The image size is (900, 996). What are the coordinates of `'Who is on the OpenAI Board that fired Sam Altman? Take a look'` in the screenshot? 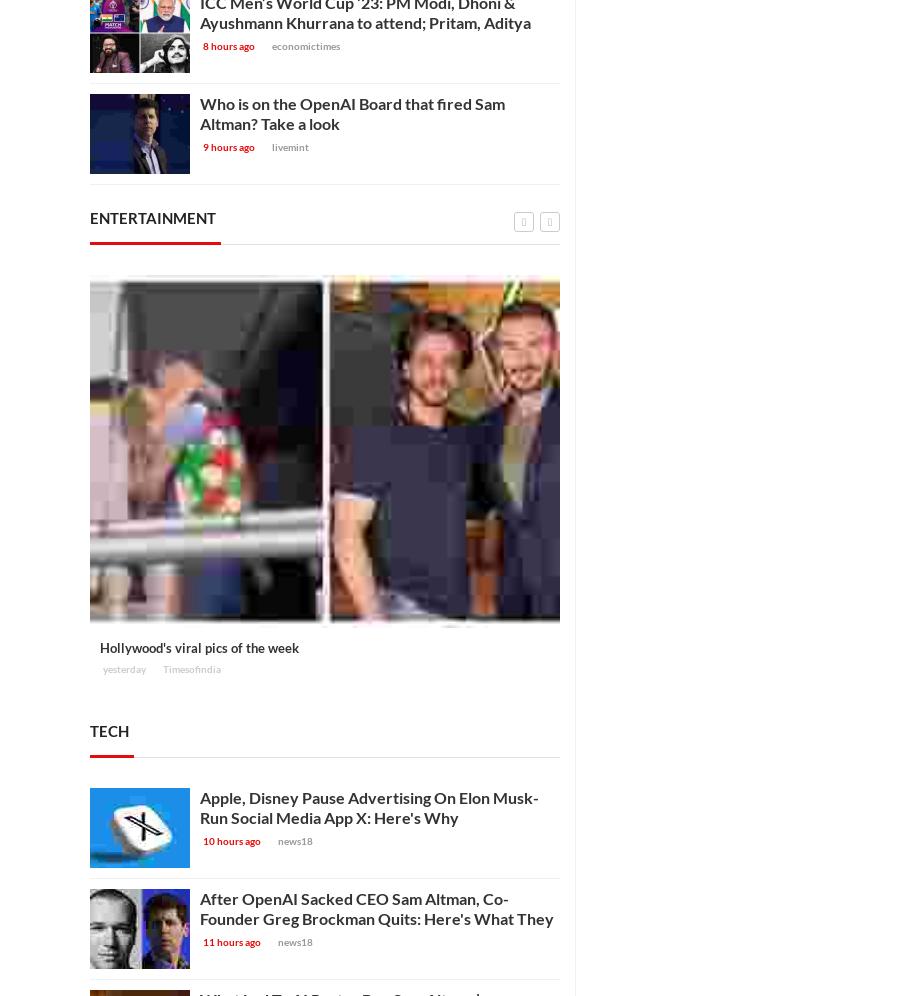 It's located at (352, 112).